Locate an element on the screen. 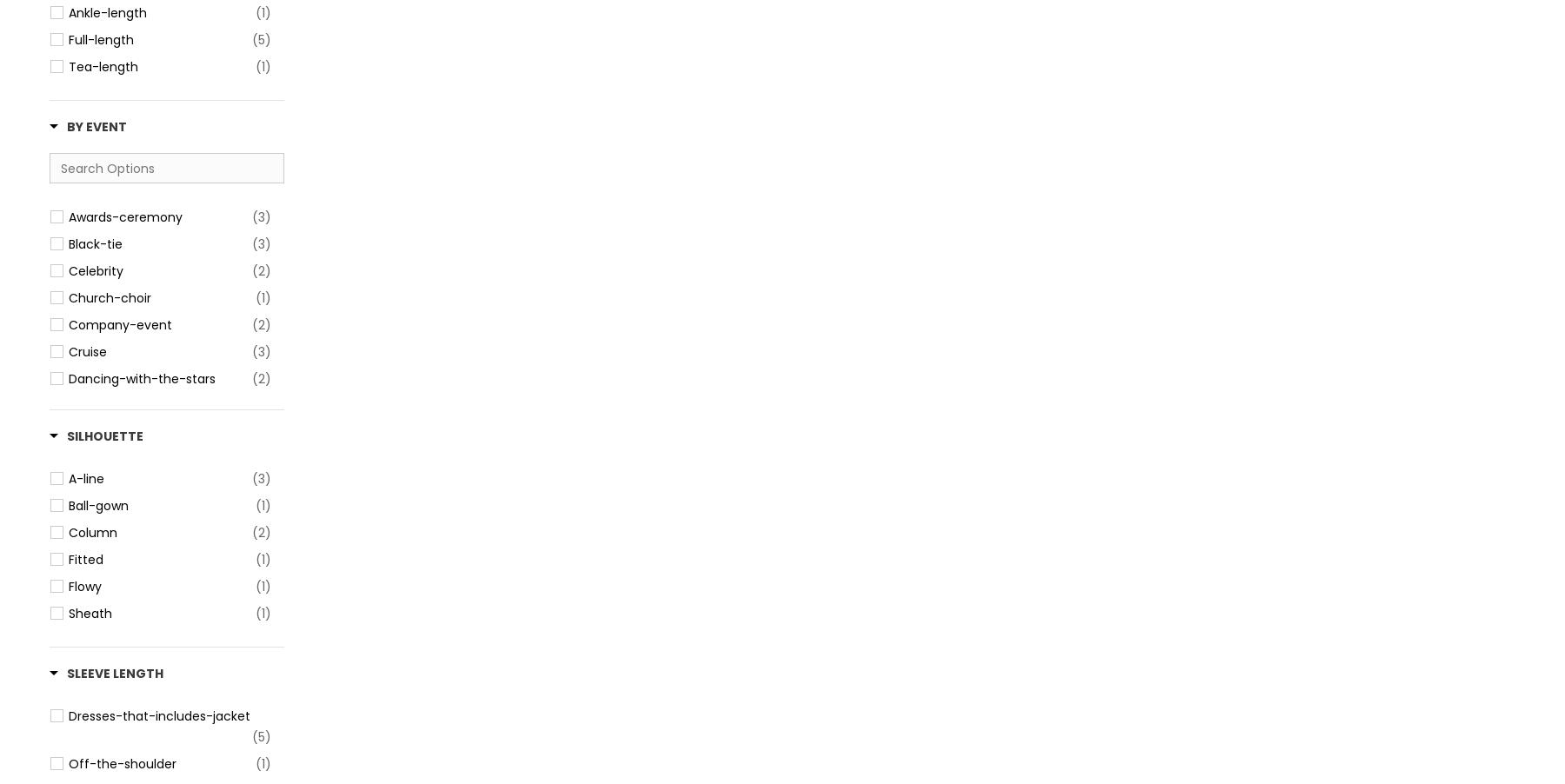 This screenshot has width=1565, height=784. 'By Event' is located at coordinates (96, 127).